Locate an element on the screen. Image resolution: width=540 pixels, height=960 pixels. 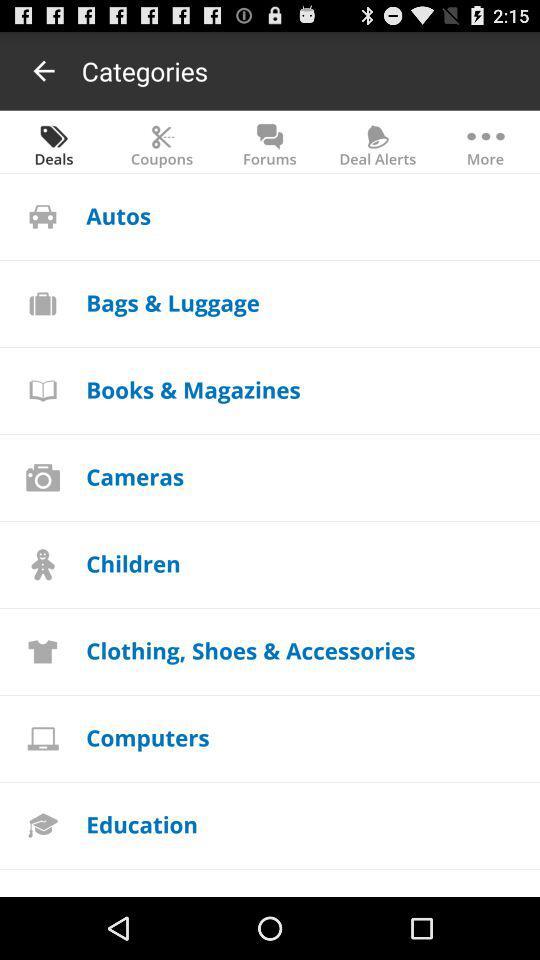
go back is located at coordinates (44, 70).